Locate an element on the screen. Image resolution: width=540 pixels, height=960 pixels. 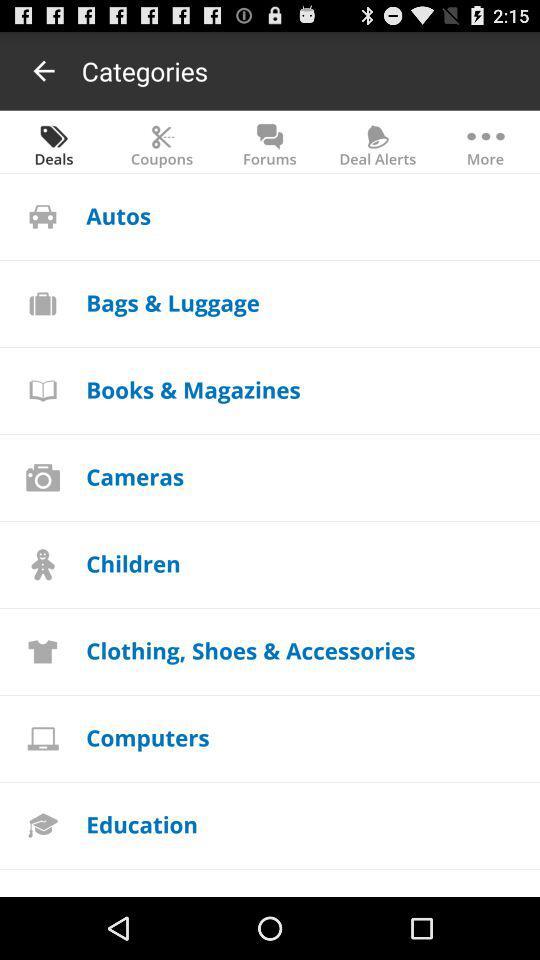
go back is located at coordinates (44, 70).